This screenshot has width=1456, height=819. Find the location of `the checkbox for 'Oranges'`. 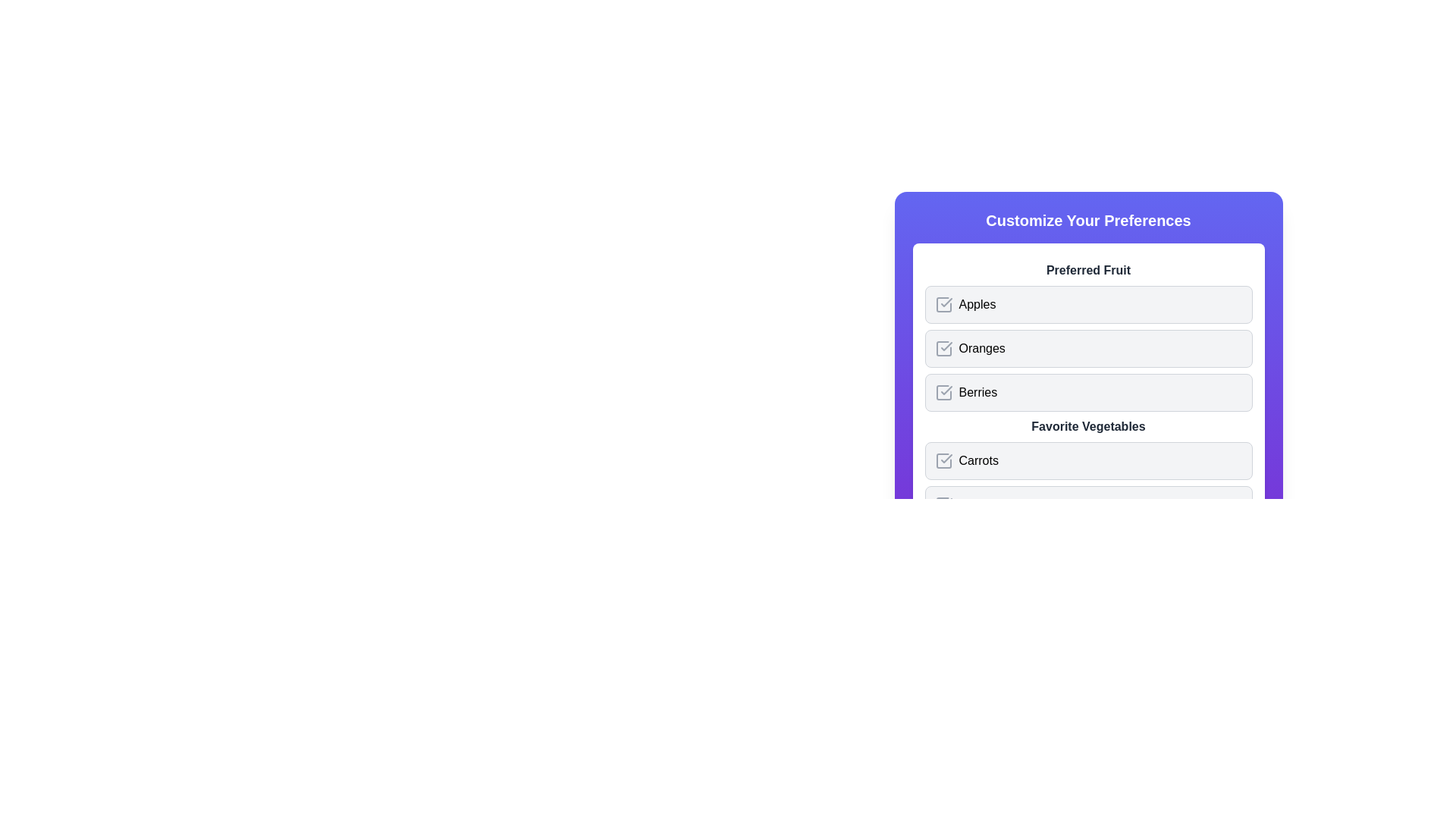

the checkbox for 'Oranges' is located at coordinates (943, 348).